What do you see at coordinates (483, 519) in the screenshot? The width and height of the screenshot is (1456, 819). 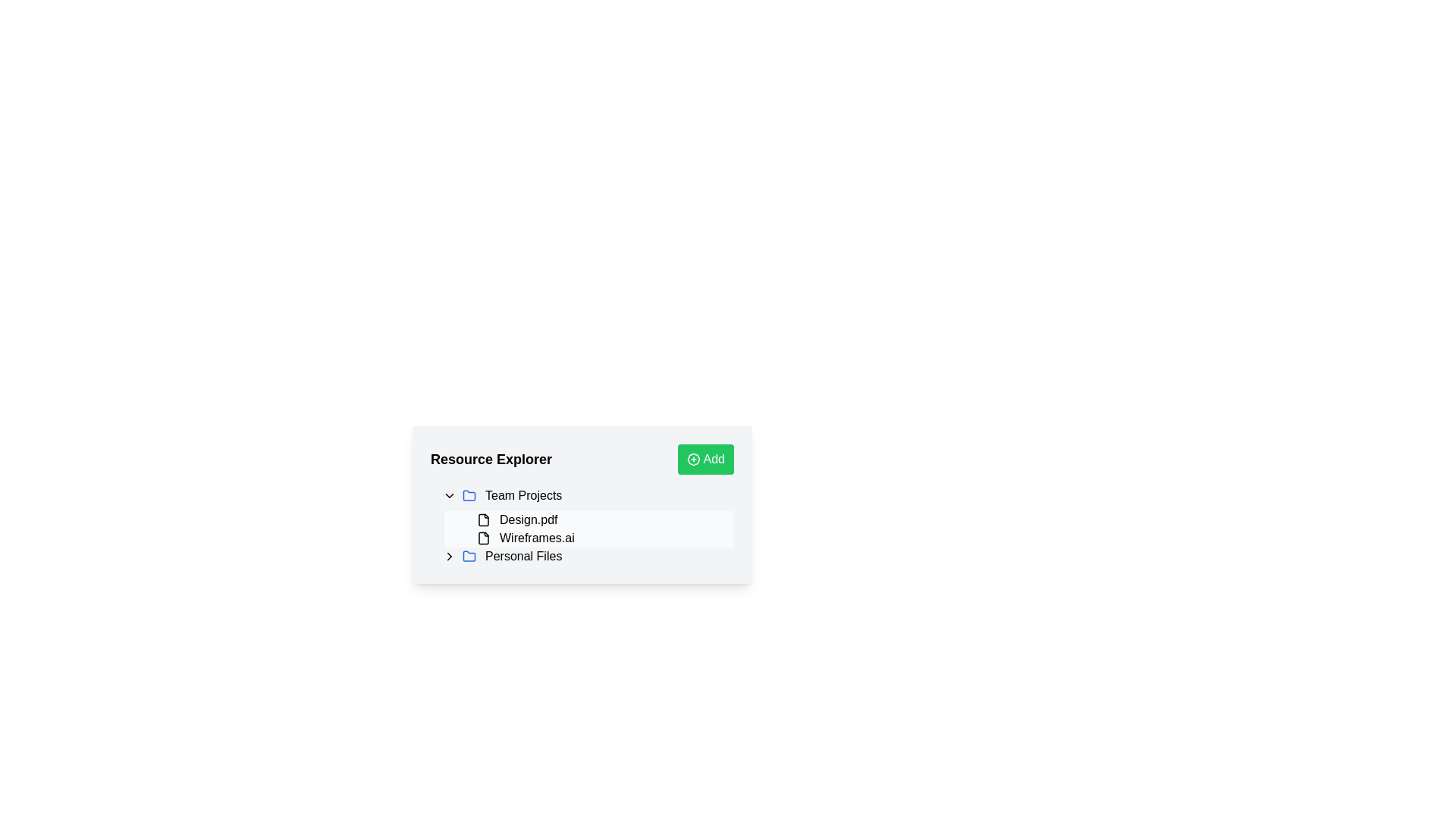 I see `the file icon representing 'Design.pdf'` at bounding box center [483, 519].